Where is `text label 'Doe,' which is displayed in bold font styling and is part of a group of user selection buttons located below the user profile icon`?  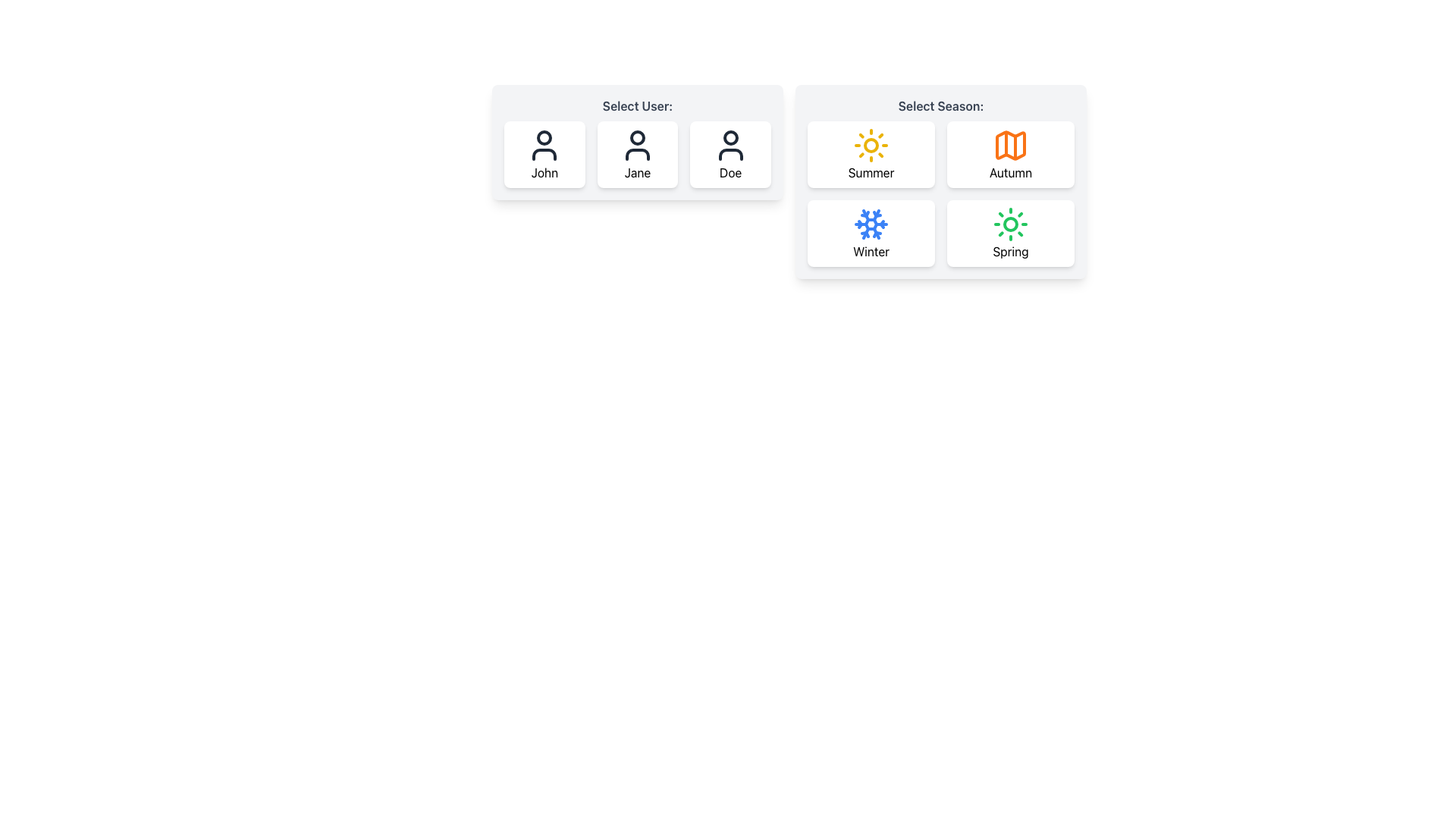
text label 'Doe,' which is displayed in bold font styling and is part of a group of user selection buttons located below the user profile icon is located at coordinates (730, 171).